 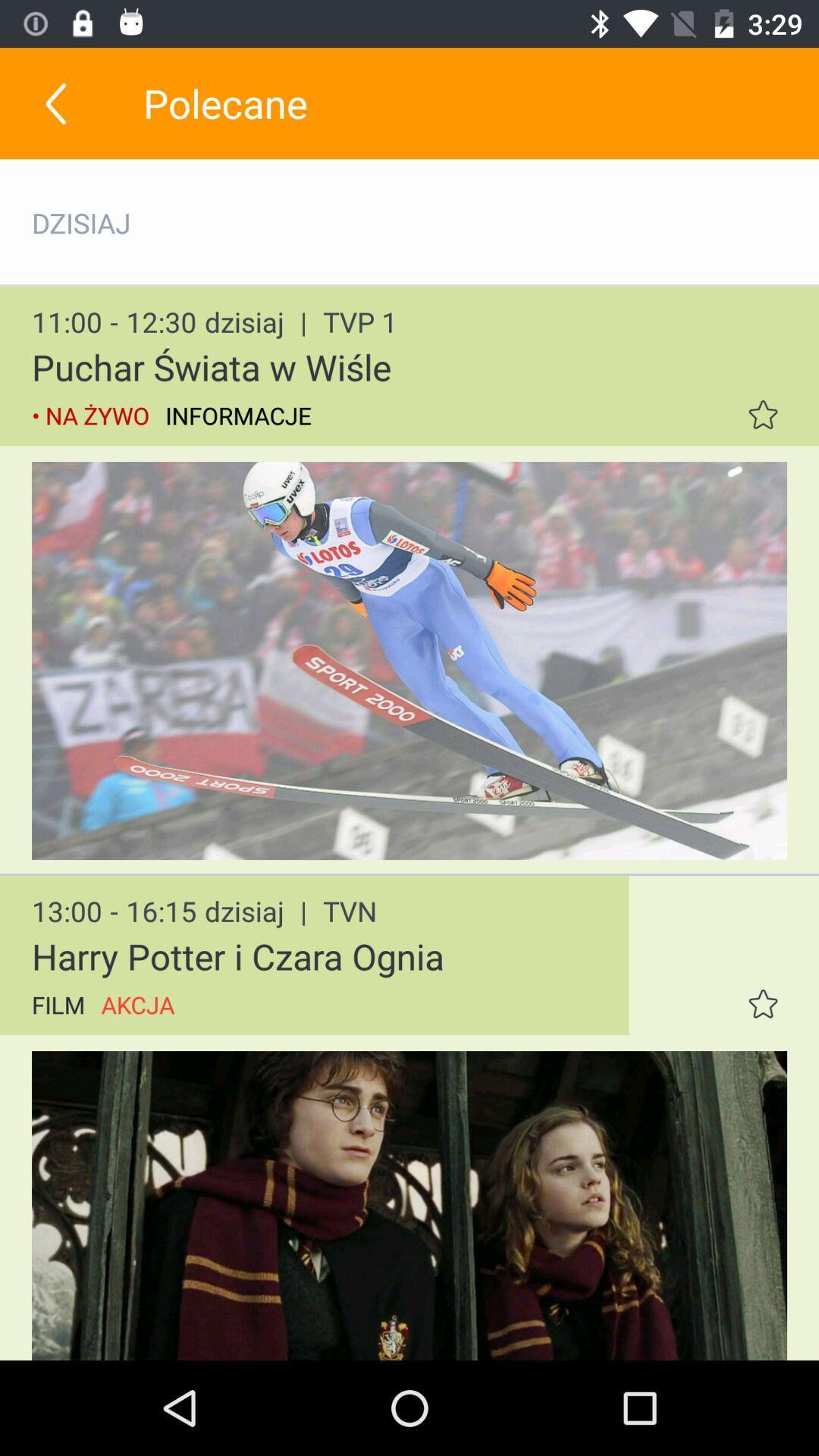 I want to click on icon above the dzisiaj item, so click(x=55, y=102).